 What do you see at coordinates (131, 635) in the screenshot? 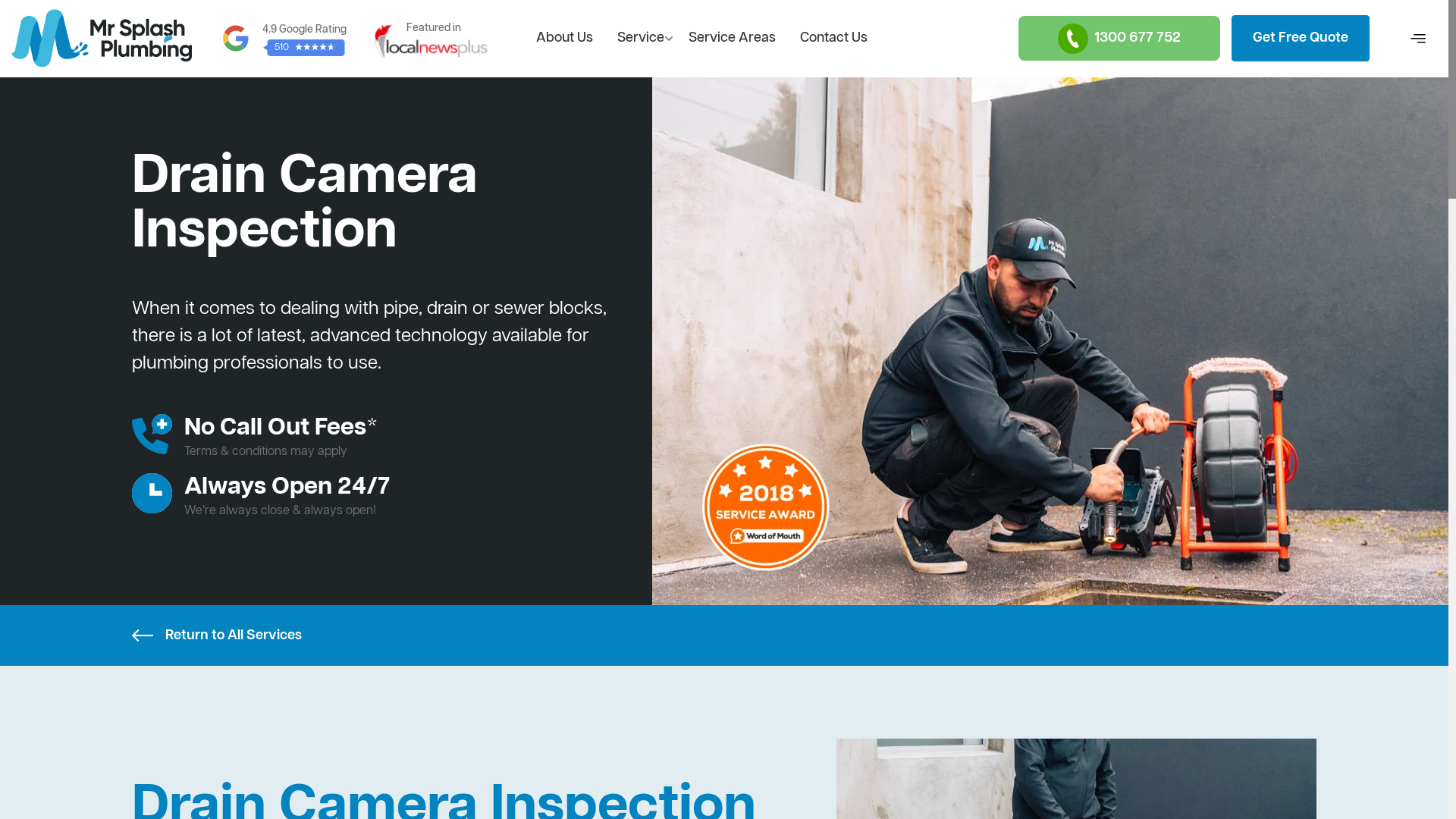
I see `'Return to All Services'` at bounding box center [131, 635].